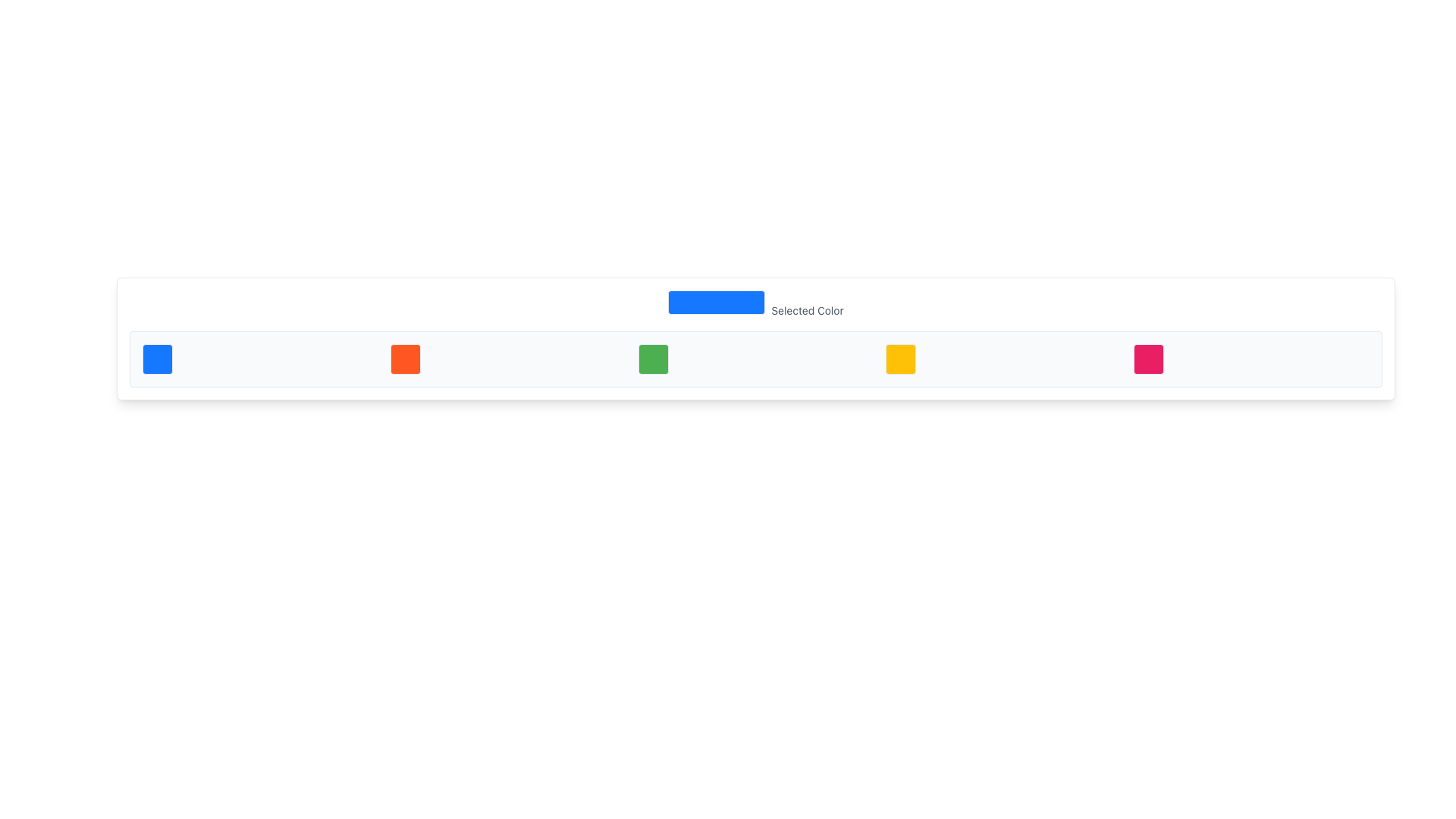  What do you see at coordinates (716, 302) in the screenshot?
I see `the appearance of the blue rectangular block with rounded edges located to the left of the 'Selected Color' label` at bounding box center [716, 302].